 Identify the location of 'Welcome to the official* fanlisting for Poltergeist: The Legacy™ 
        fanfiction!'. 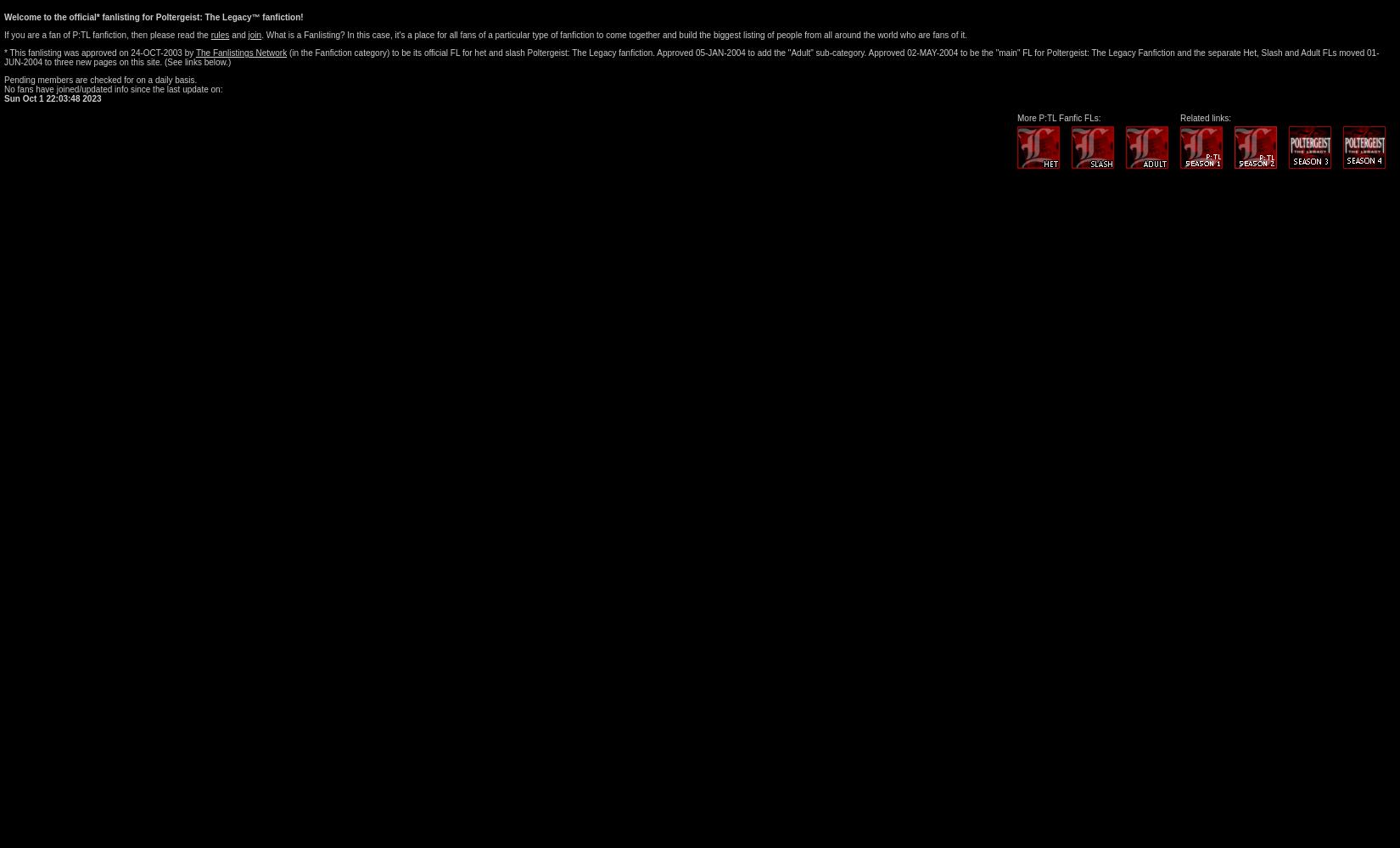
(3, 17).